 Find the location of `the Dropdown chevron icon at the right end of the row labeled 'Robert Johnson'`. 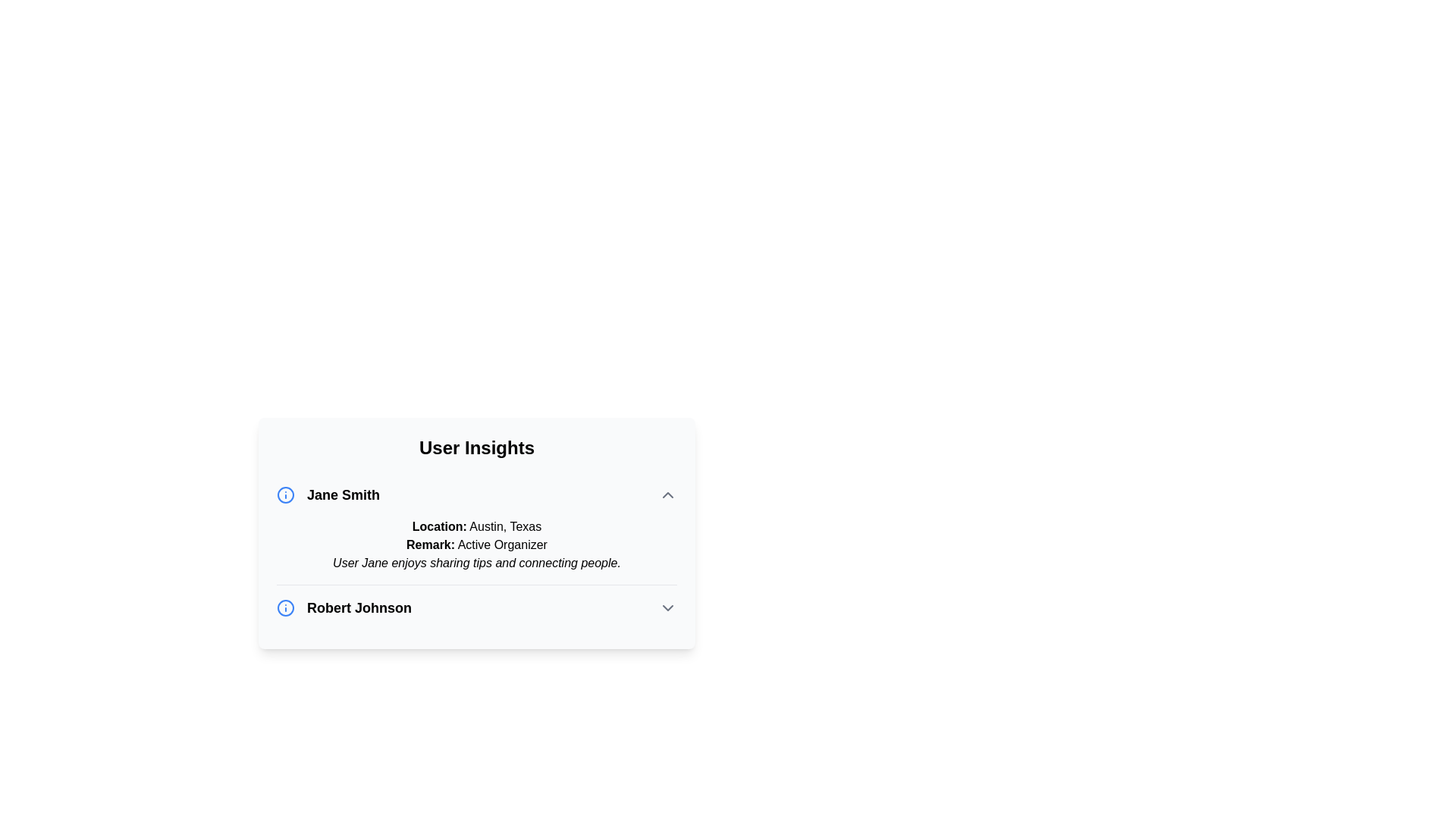

the Dropdown chevron icon at the right end of the row labeled 'Robert Johnson' is located at coordinates (667, 607).